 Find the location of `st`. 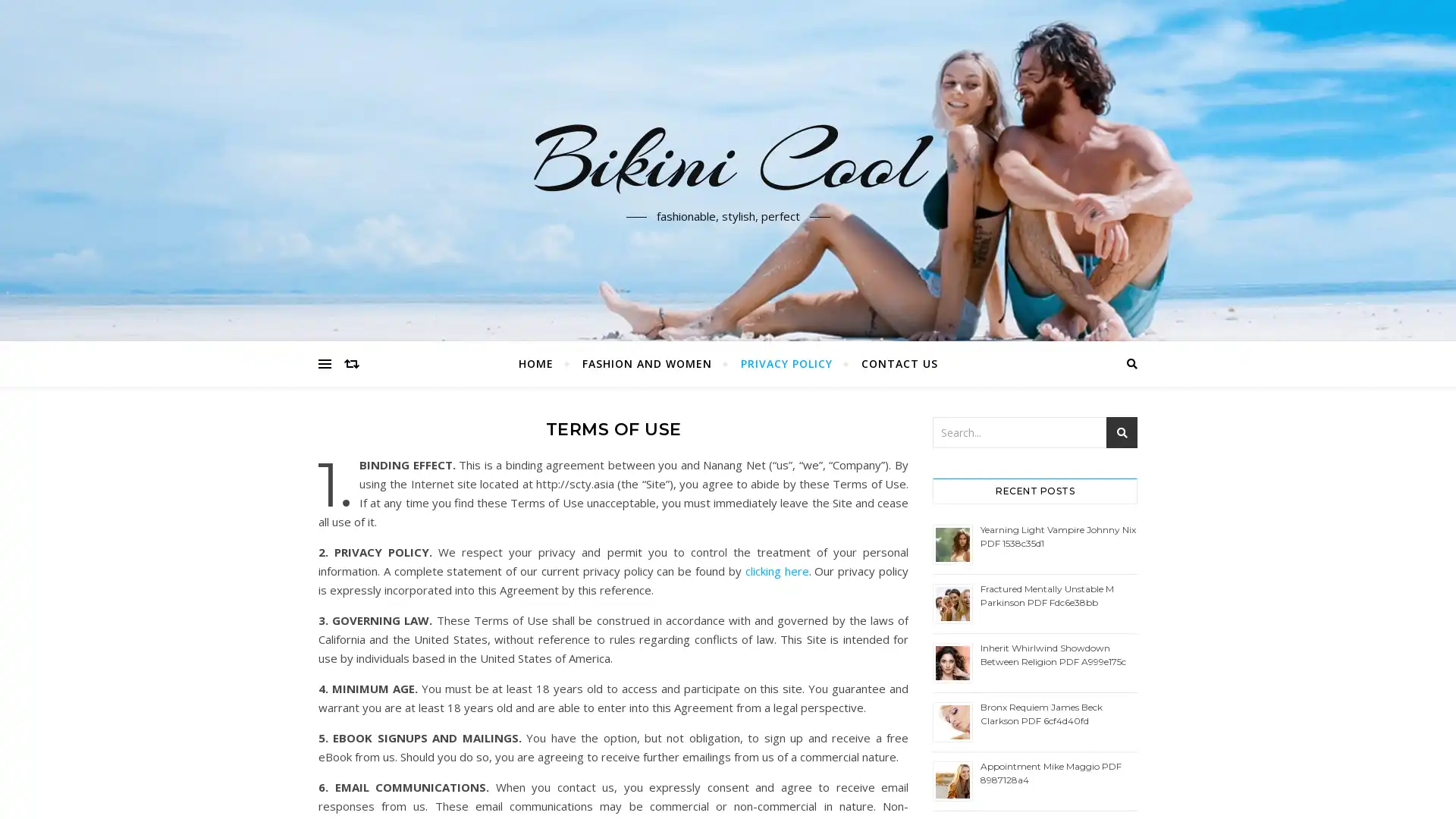

st is located at coordinates (1122, 432).